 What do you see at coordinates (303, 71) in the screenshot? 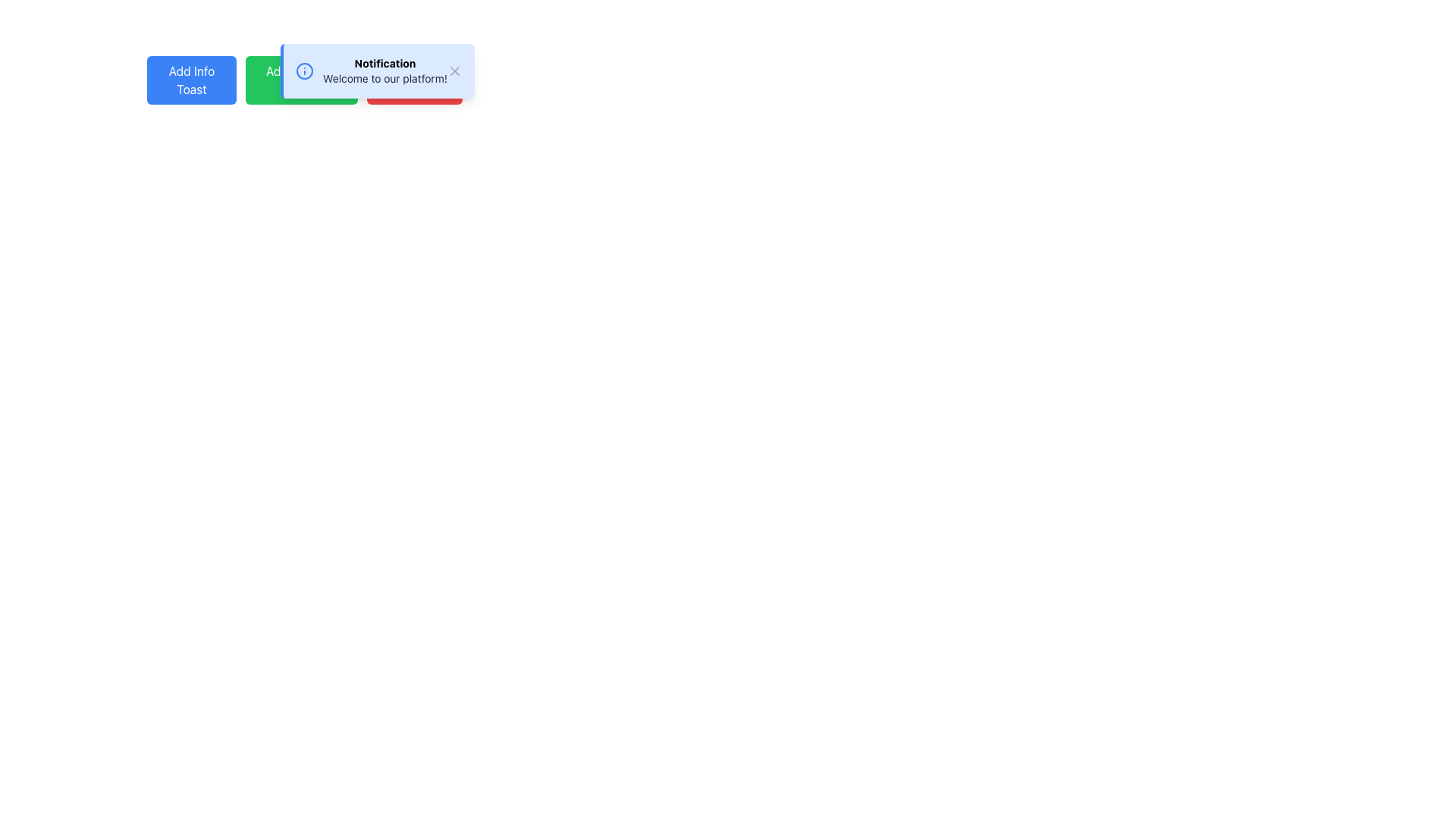
I see `the blue circular outline of the info icon located at the top-left corner of the notification toast, which is beside the title text 'Notification.'` at bounding box center [303, 71].